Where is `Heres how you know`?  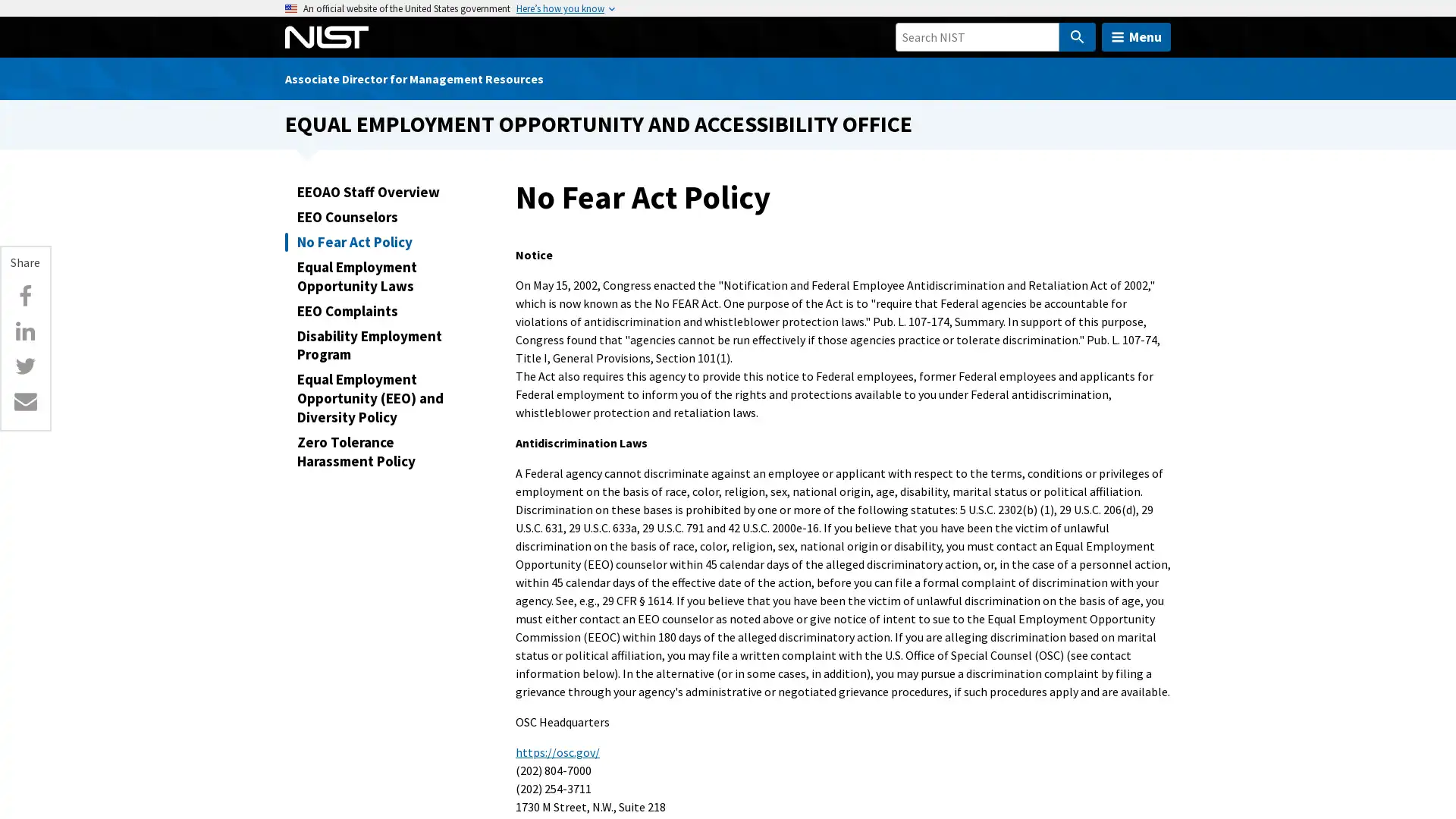
Heres how you know is located at coordinates (560, 8).